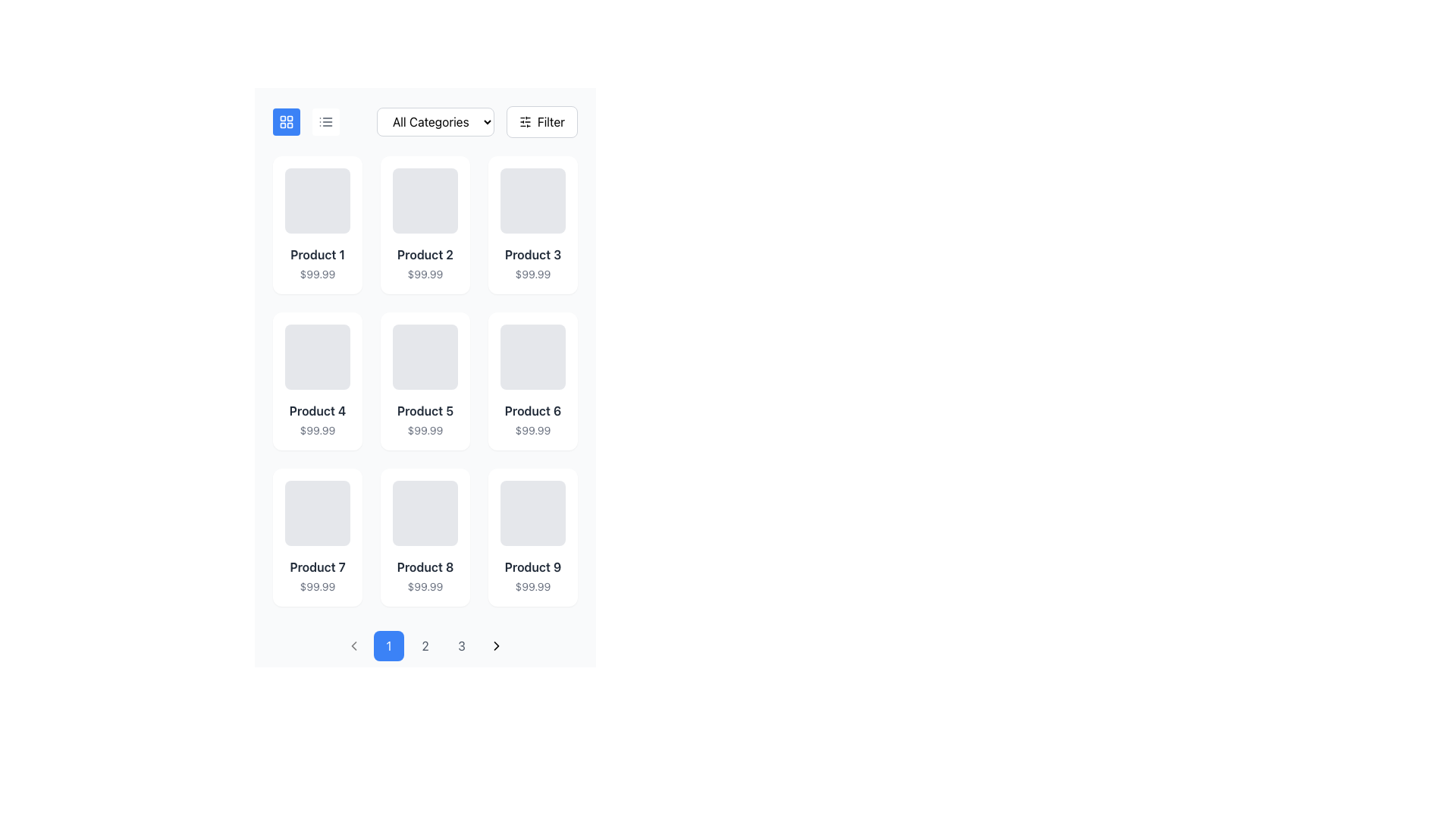 Image resolution: width=1456 pixels, height=819 pixels. I want to click on the SVG-based arrow icon in the bottom-right corner of the pagination control, so click(496, 646).